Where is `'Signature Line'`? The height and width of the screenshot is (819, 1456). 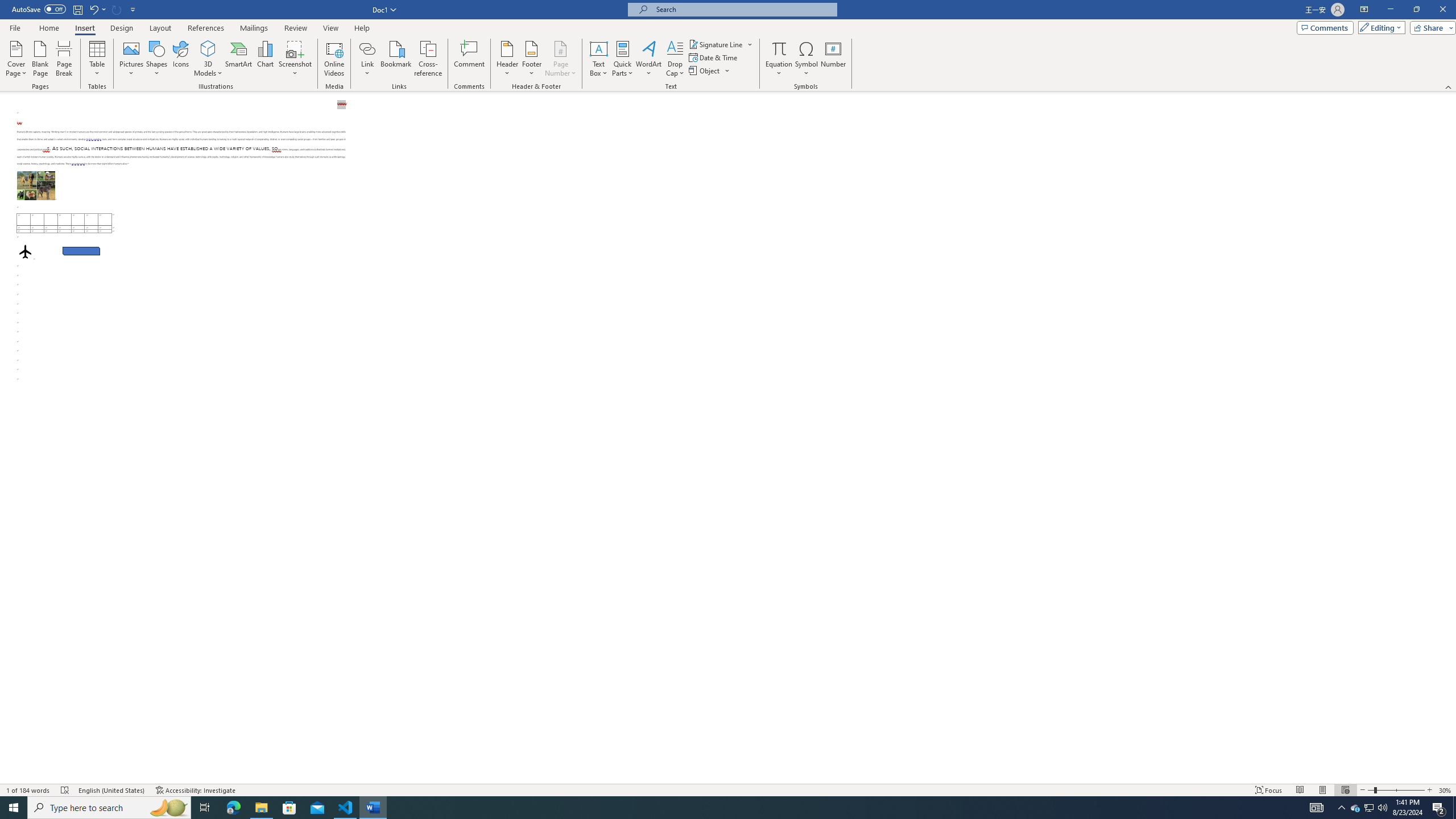 'Signature Line' is located at coordinates (716, 44).